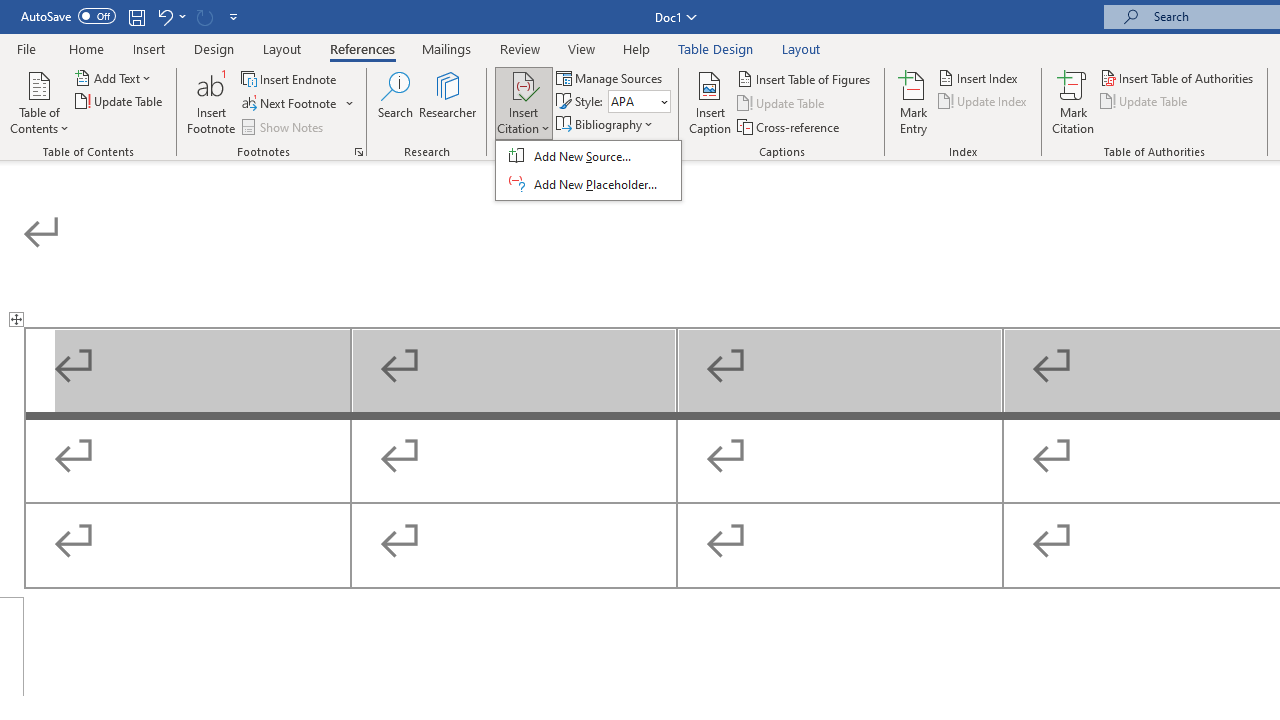  Describe the element at coordinates (638, 101) in the screenshot. I see `'Style'` at that location.